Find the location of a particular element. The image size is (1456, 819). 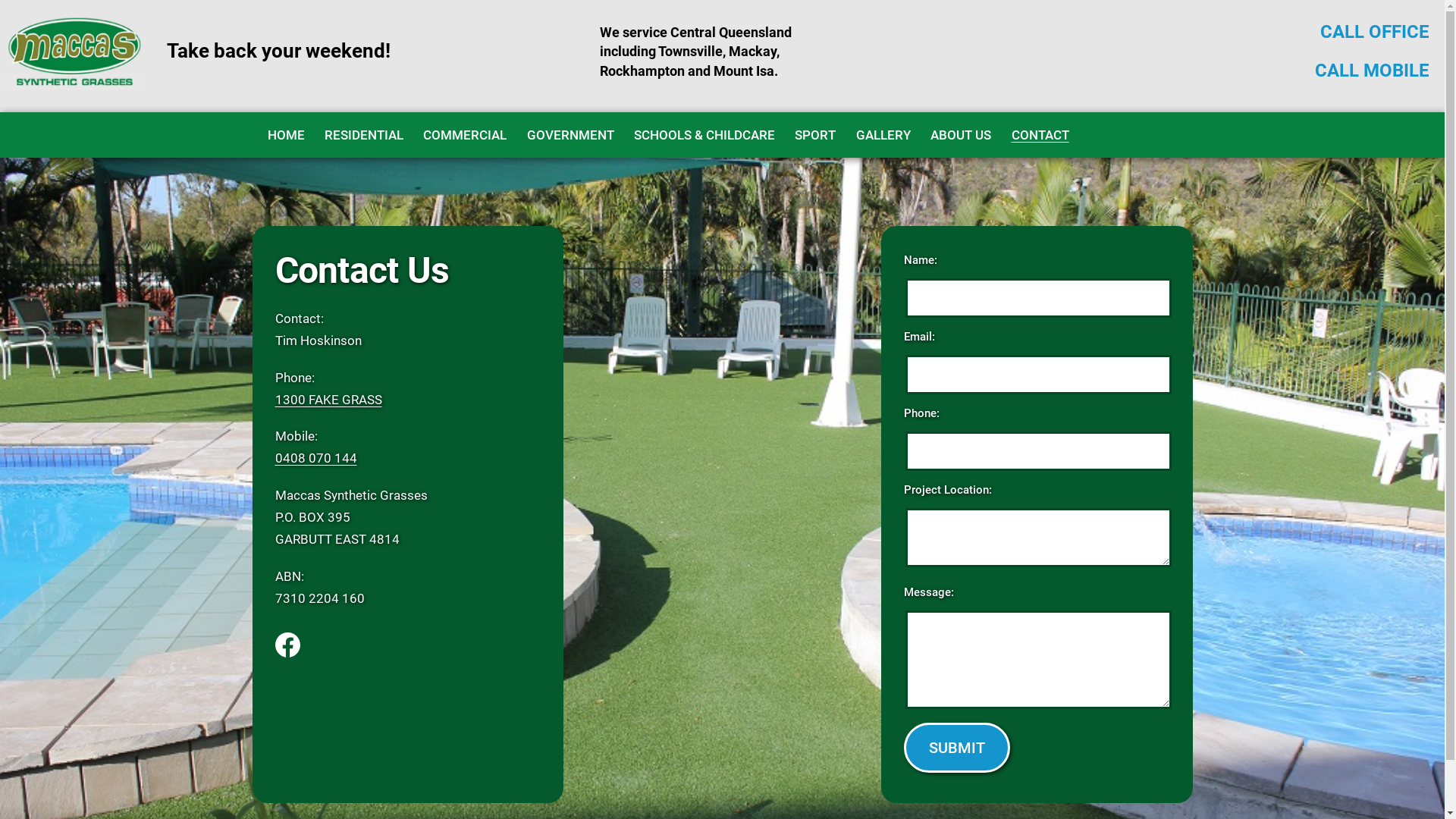

'ABOUT US' is located at coordinates (920, 133).